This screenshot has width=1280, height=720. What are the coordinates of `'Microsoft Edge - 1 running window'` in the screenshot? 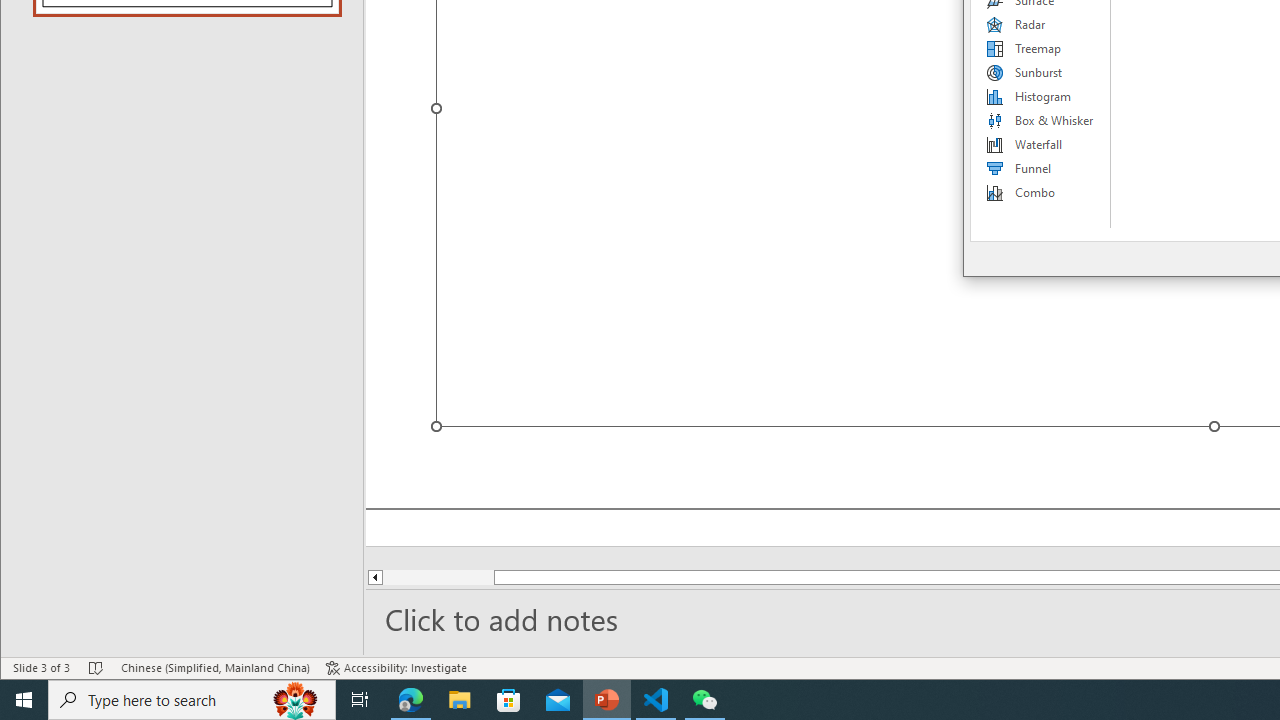 It's located at (410, 698).